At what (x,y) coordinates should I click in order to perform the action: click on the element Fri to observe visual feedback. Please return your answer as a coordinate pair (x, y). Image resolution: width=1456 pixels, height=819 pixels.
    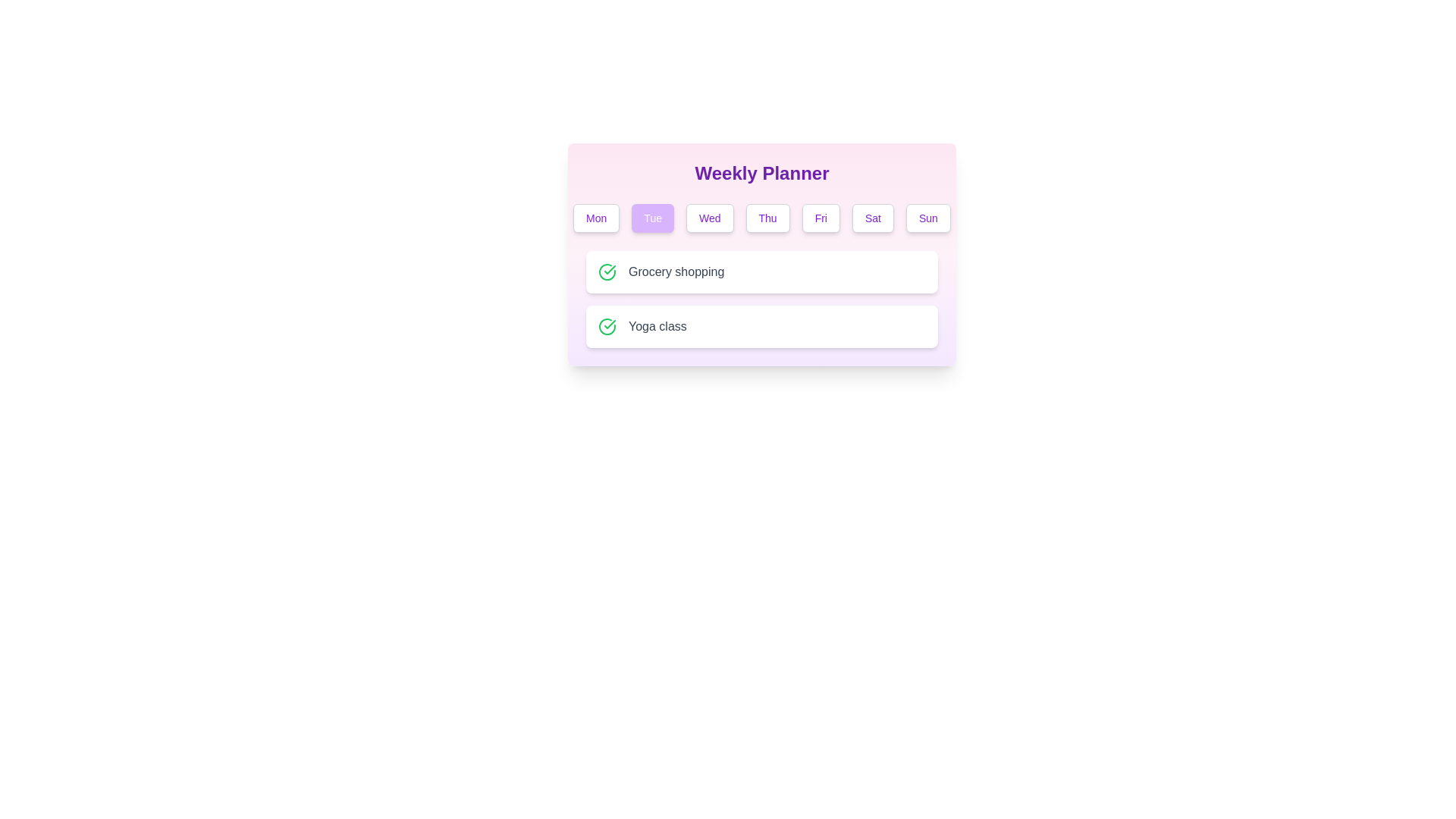
    Looking at the image, I should click on (819, 218).